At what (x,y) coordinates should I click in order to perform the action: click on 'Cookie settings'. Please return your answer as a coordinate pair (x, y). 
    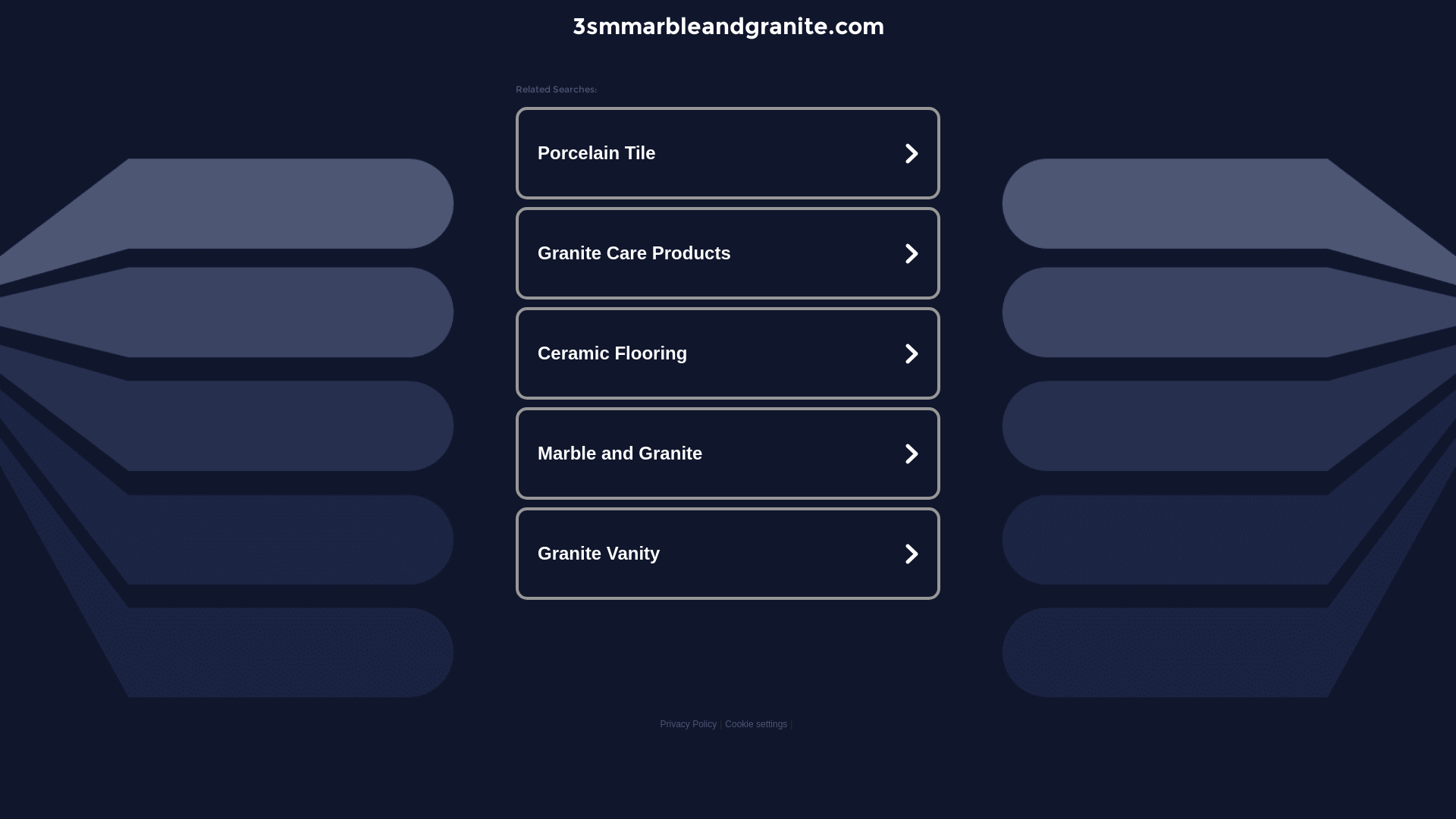
    Looking at the image, I should click on (756, 723).